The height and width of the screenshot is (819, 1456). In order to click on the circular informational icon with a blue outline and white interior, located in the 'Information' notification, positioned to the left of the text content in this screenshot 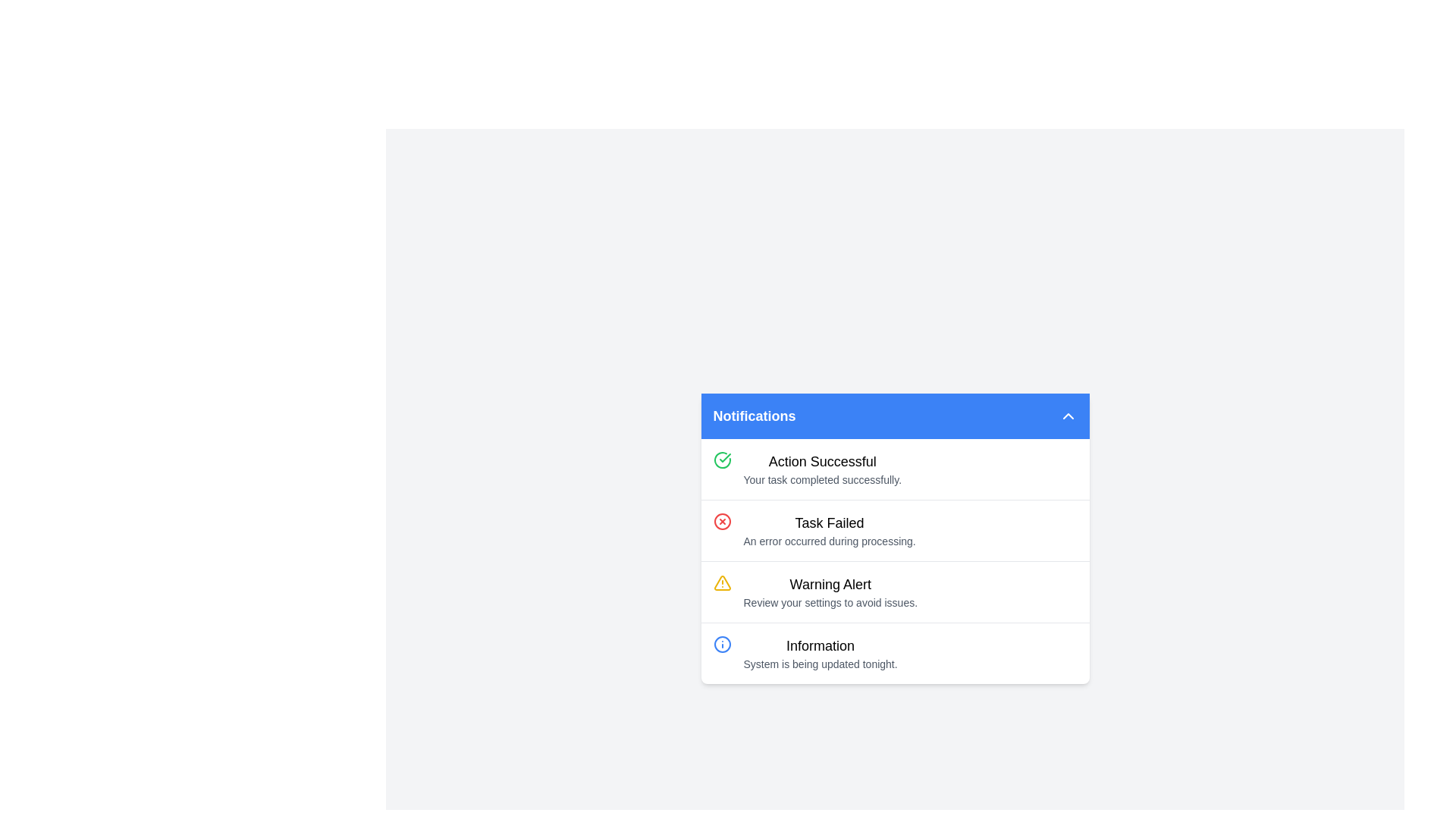, I will do `click(721, 644)`.